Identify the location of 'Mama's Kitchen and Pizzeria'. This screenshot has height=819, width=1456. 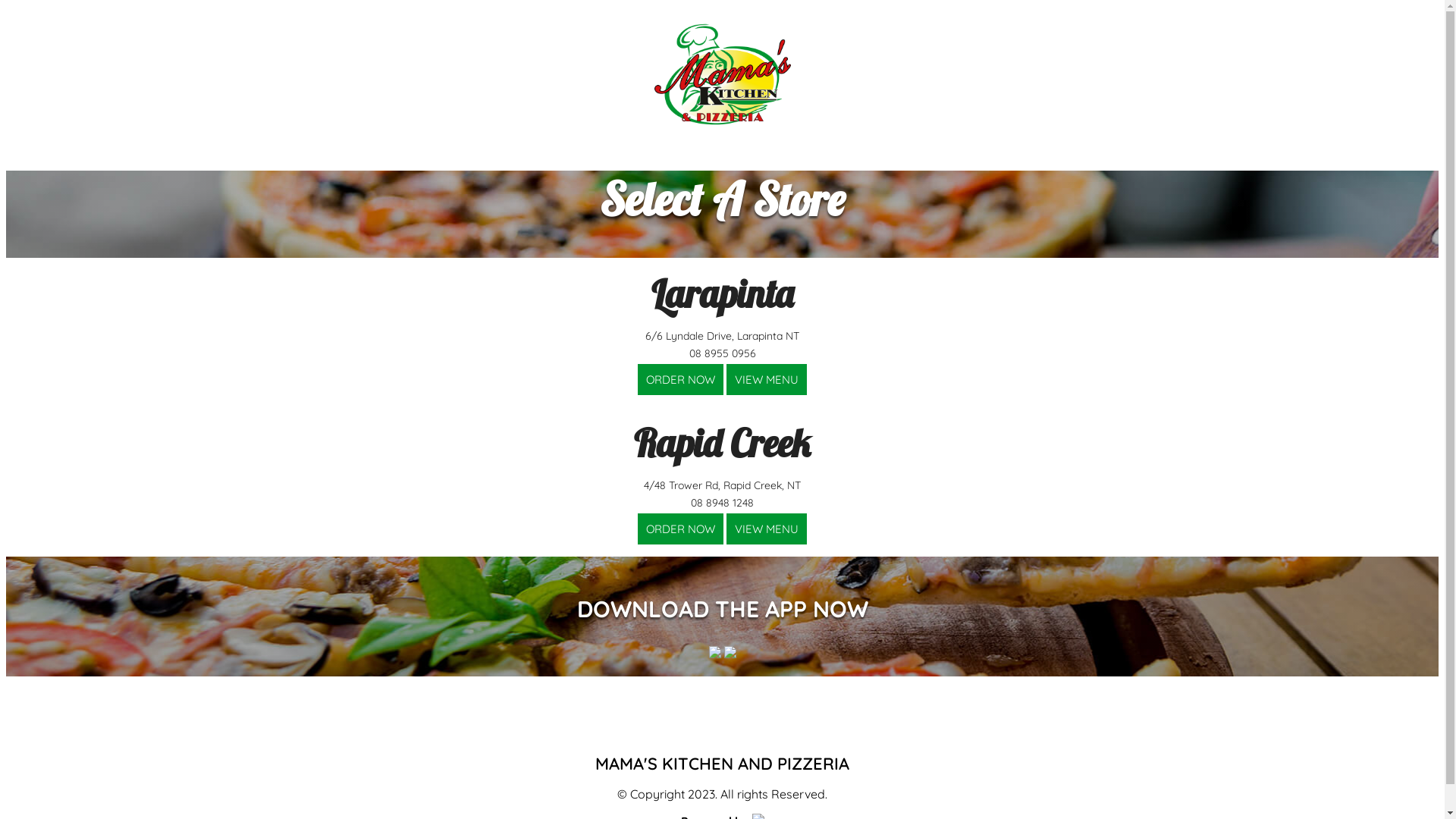
(720, 74).